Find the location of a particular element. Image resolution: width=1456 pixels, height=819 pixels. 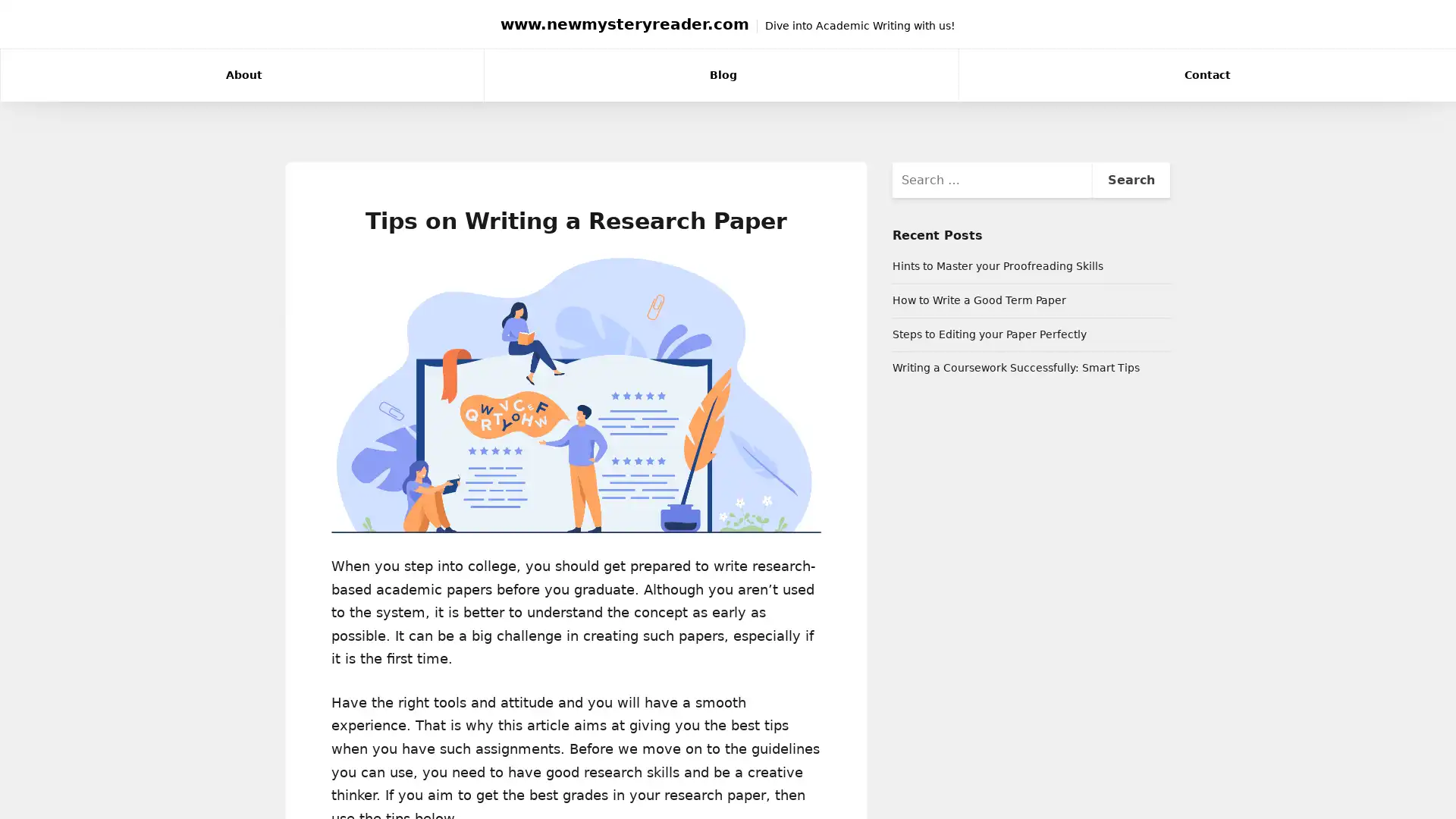

Search is located at coordinates (1130, 178).